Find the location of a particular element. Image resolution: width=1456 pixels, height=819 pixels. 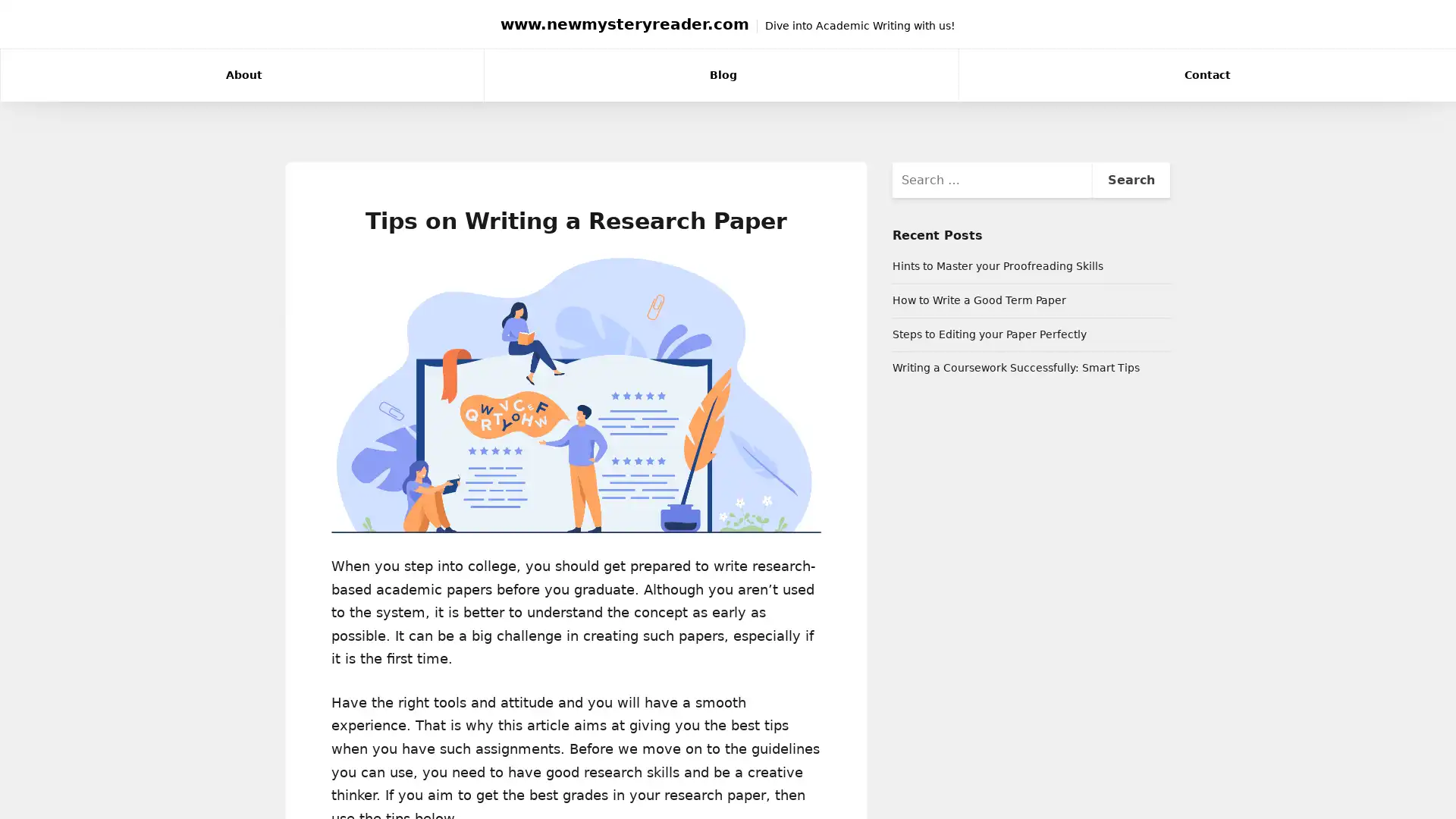

Search is located at coordinates (1130, 178).